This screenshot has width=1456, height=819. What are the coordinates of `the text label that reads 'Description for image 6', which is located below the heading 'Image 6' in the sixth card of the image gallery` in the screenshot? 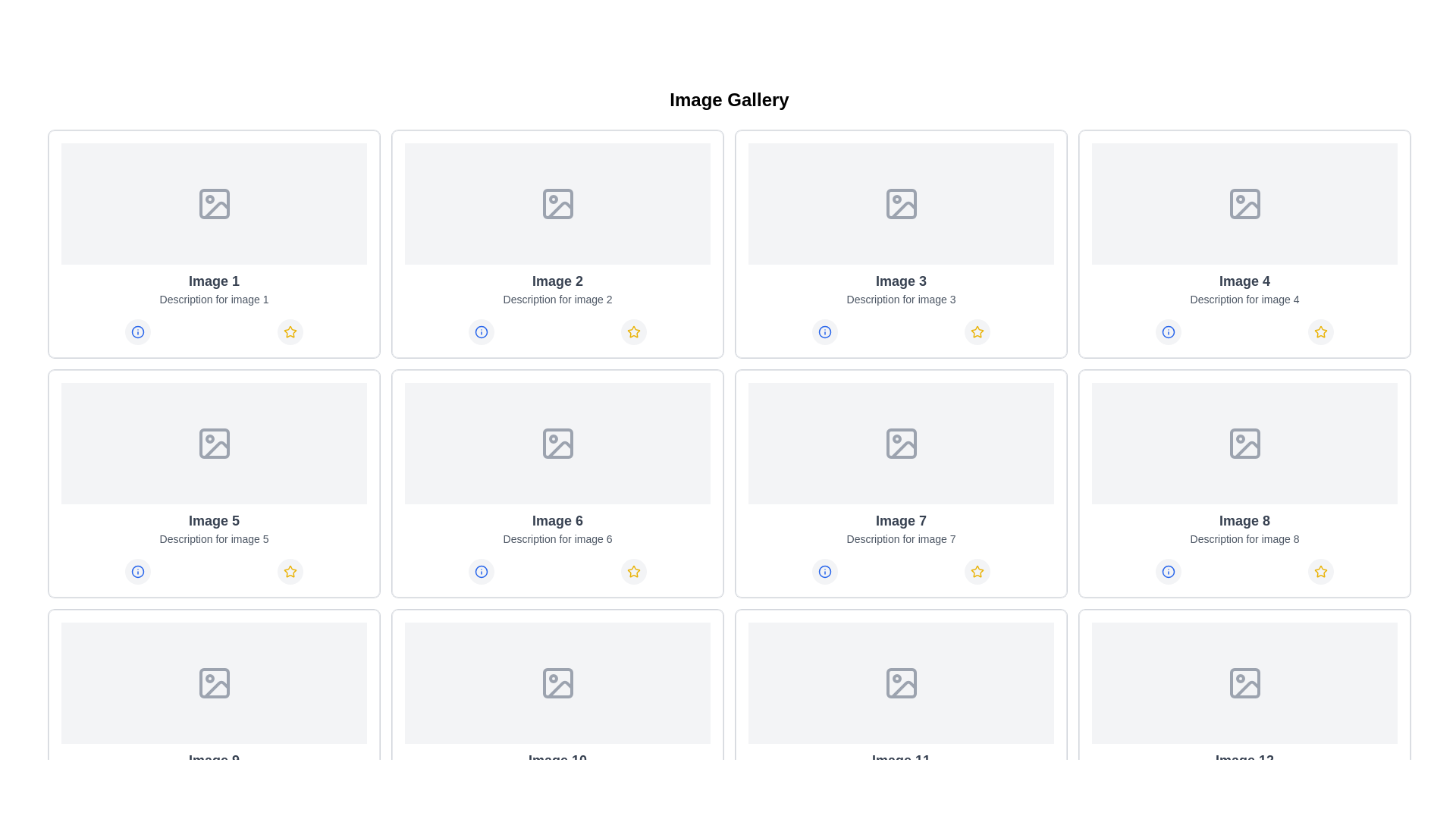 It's located at (557, 538).